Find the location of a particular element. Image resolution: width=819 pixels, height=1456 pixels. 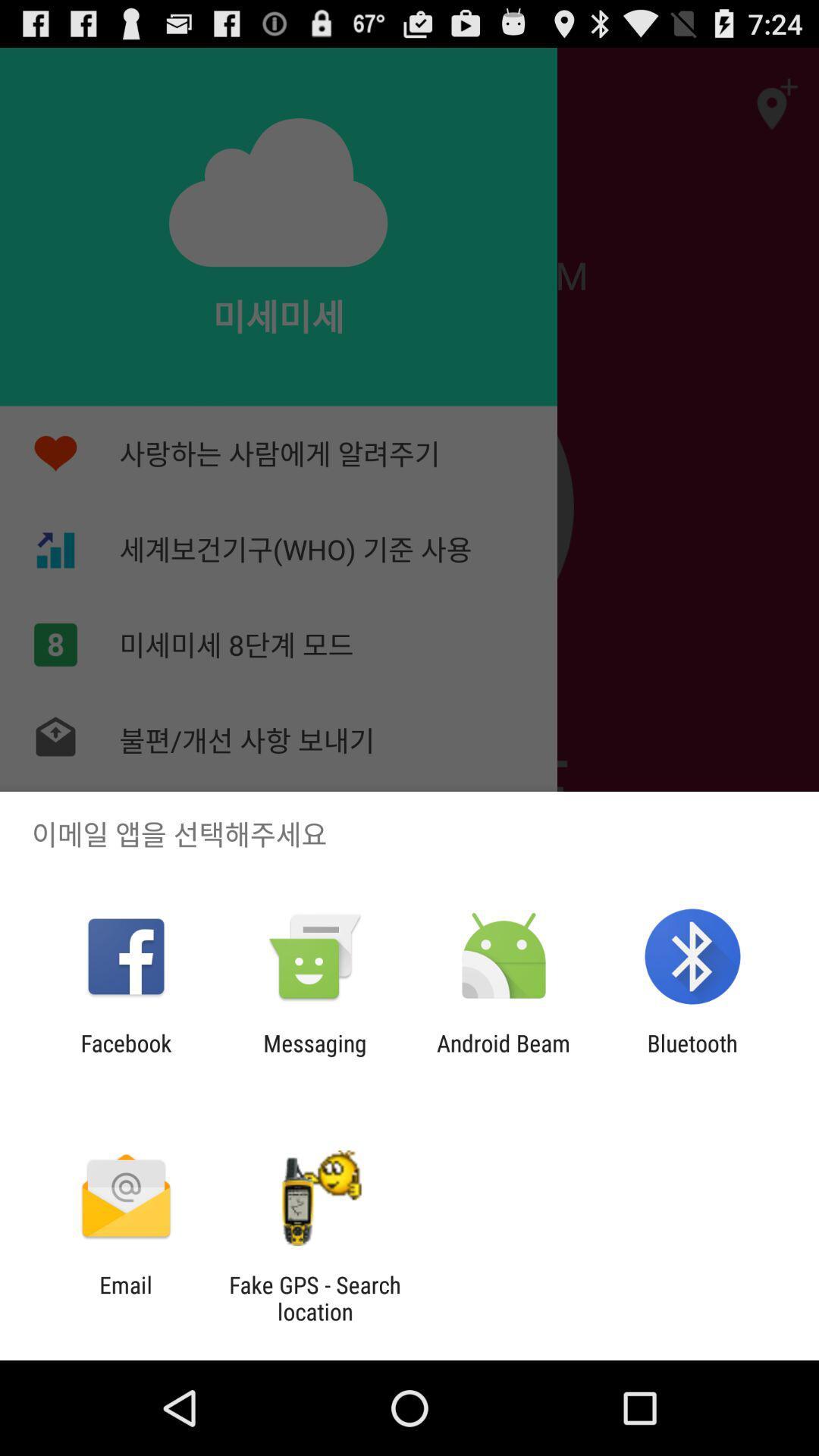

bluetooth is located at coordinates (692, 1056).